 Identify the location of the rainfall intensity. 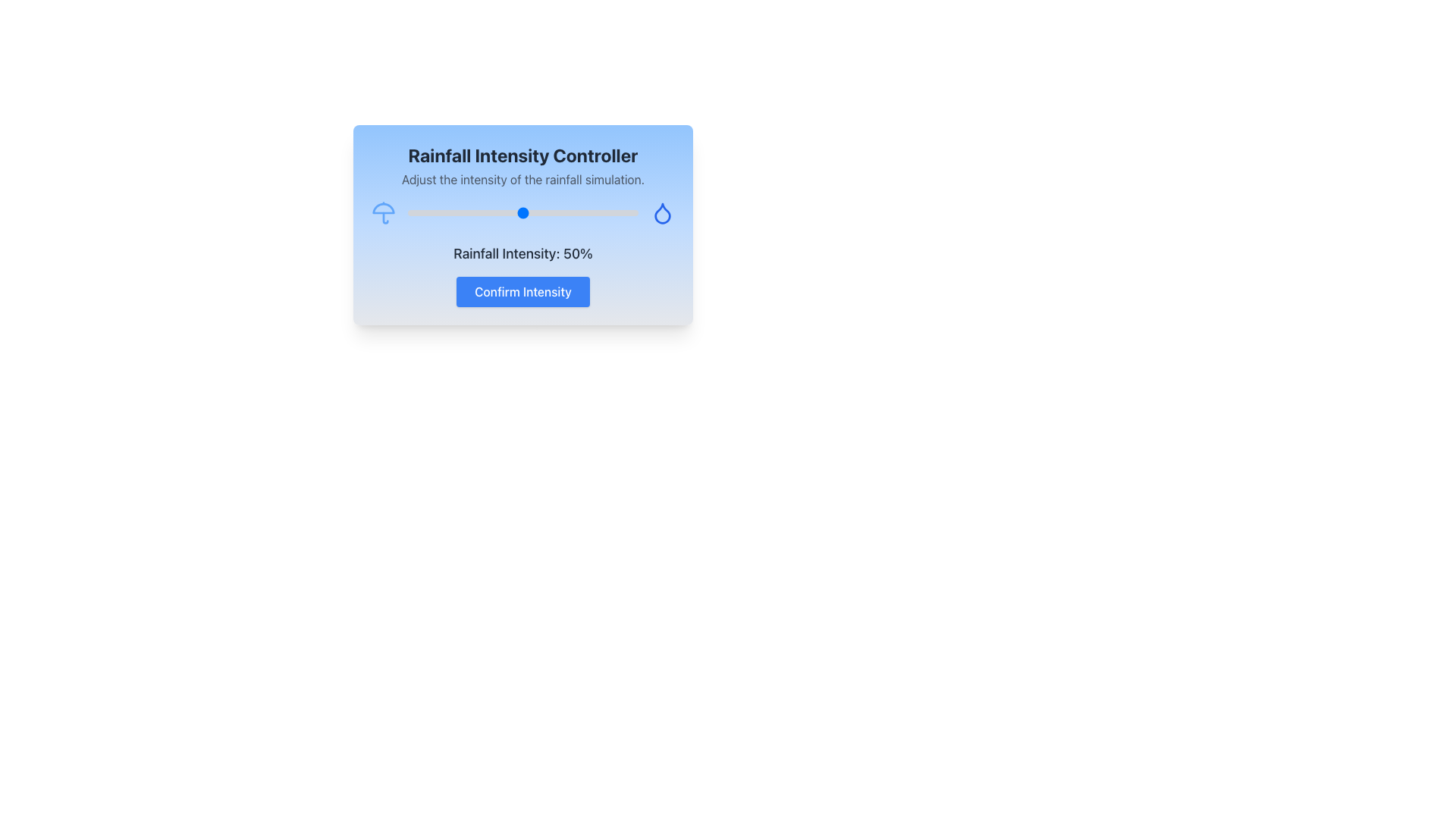
(624, 213).